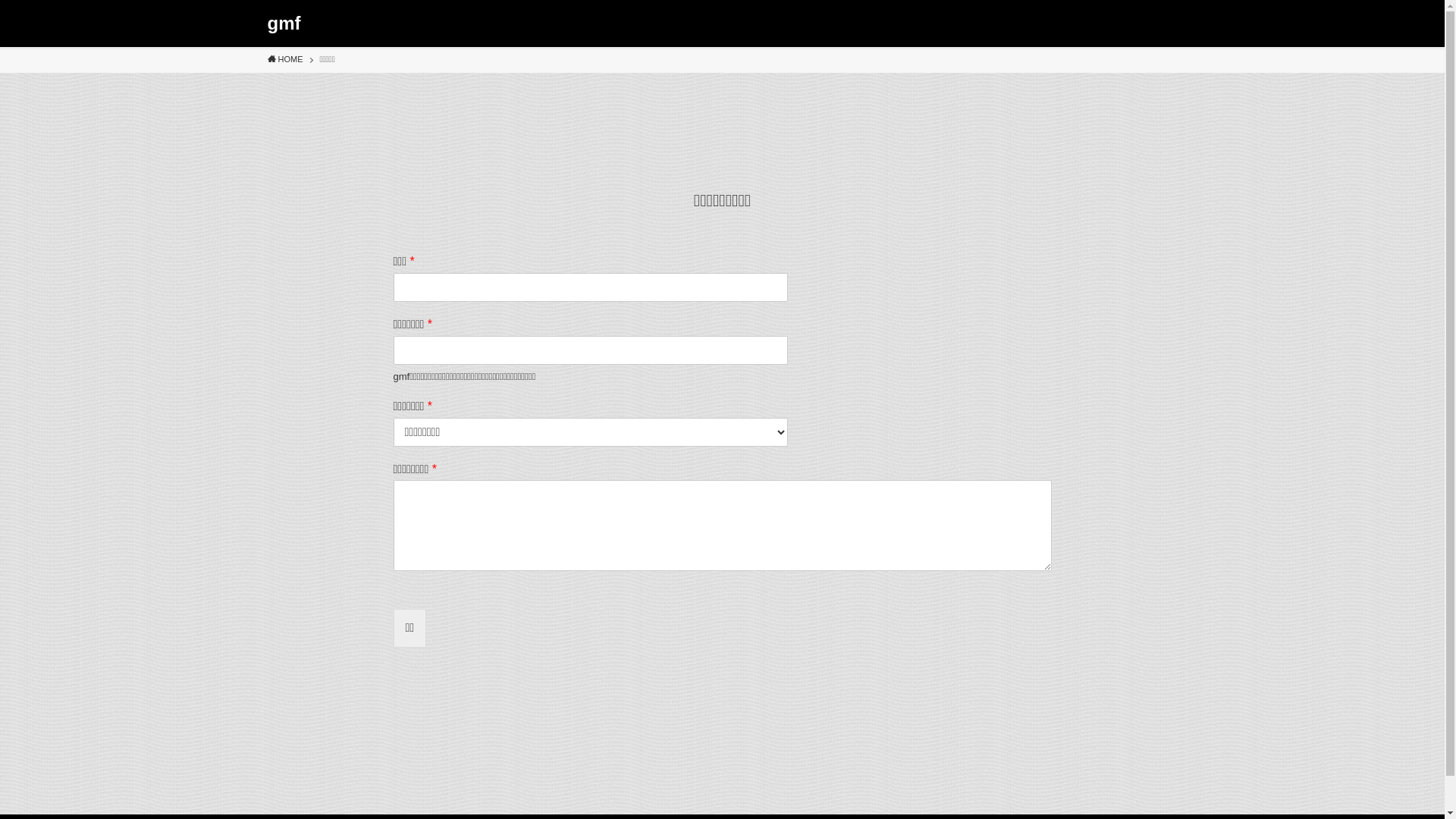 This screenshot has height=819, width=1456. Describe the element at coordinates (266, 58) in the screenshot. I see `'HOME'` at that location.